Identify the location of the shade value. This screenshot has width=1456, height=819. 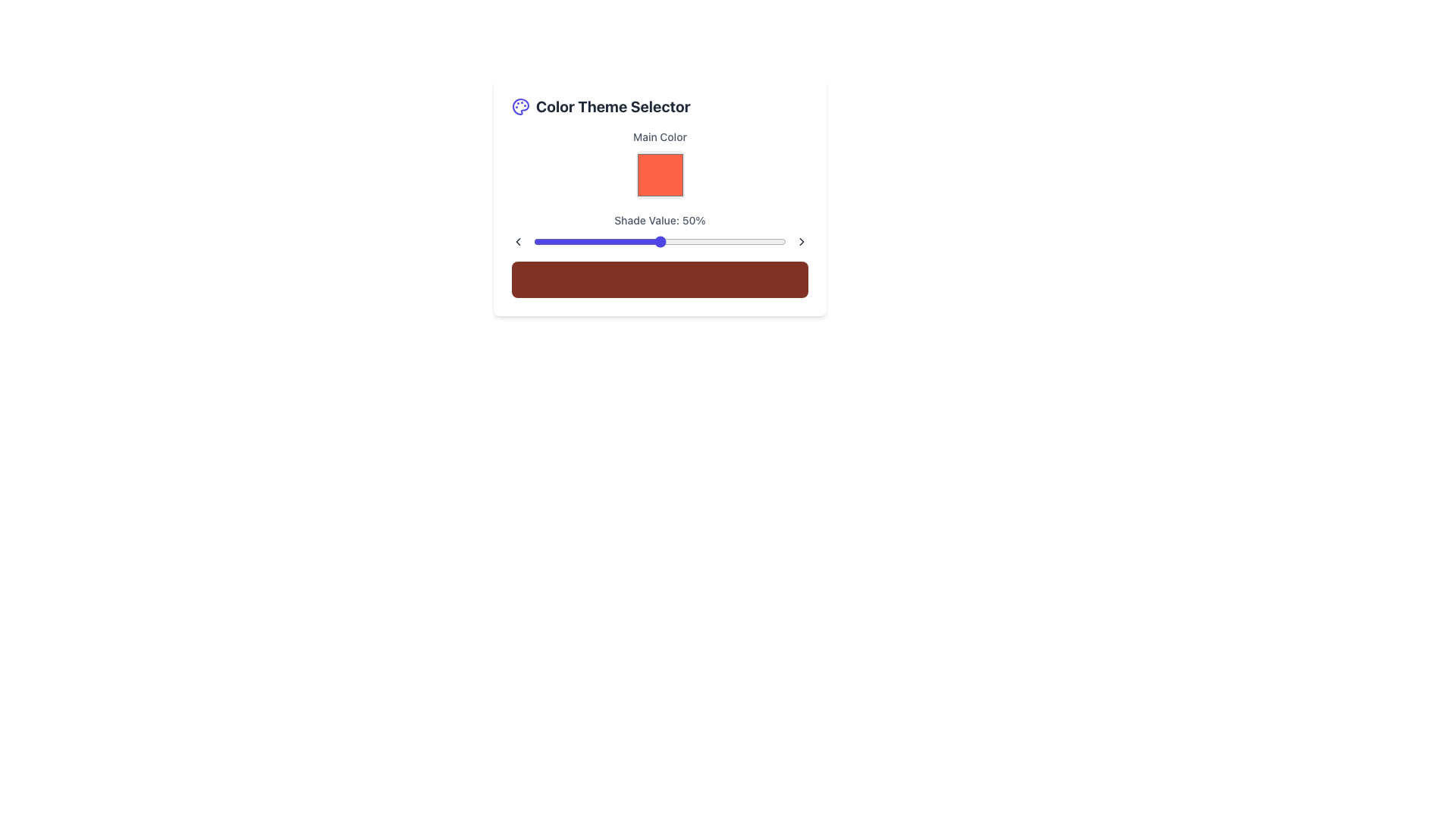
(612, 241).